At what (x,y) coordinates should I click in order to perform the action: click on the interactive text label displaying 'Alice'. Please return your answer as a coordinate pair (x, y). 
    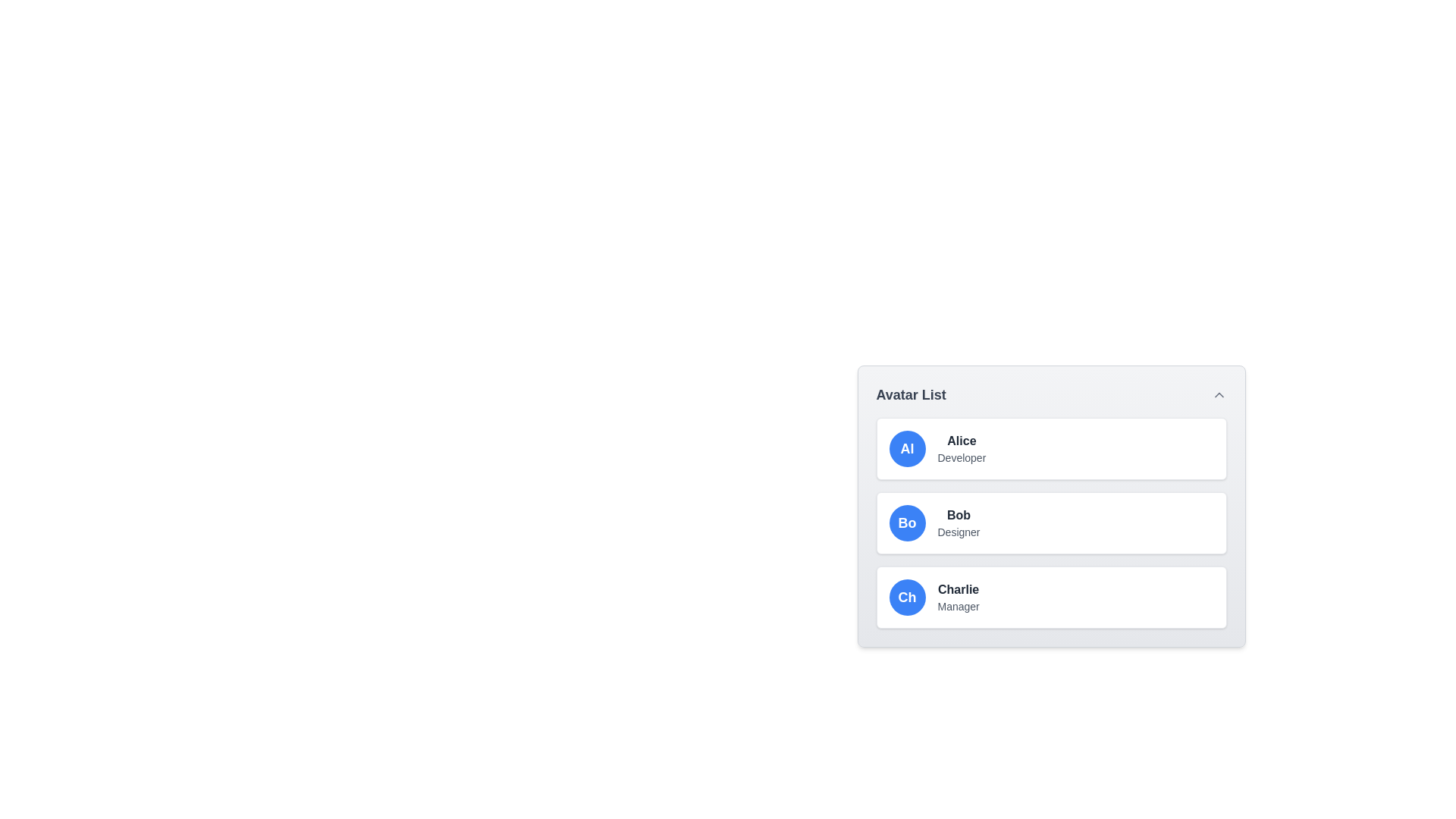
    Looking at the image, I should click on (960, 441).